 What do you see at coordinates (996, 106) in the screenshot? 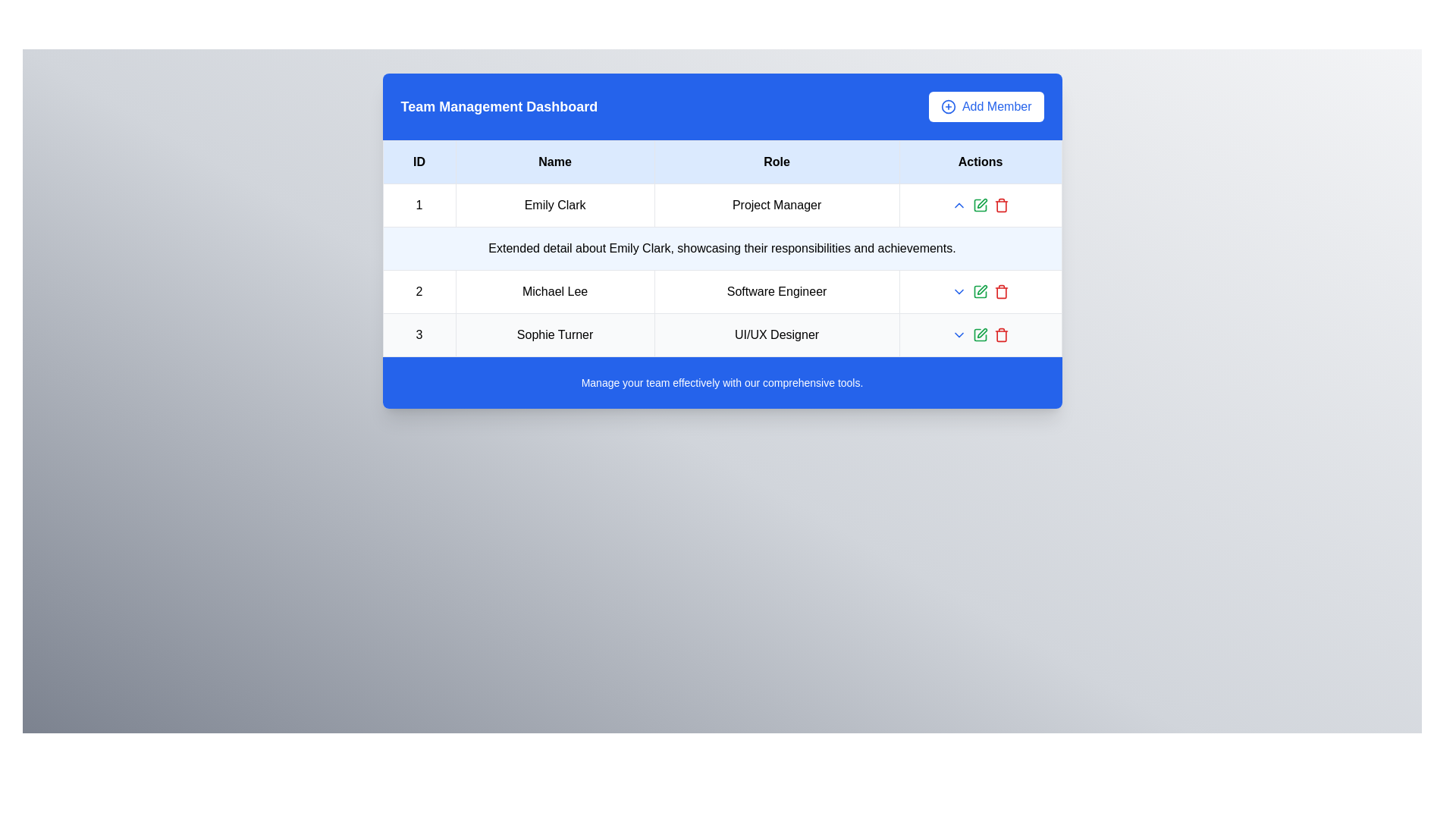
I see `the 'Add Member' text label within the button` at bounding box center [996, 106].